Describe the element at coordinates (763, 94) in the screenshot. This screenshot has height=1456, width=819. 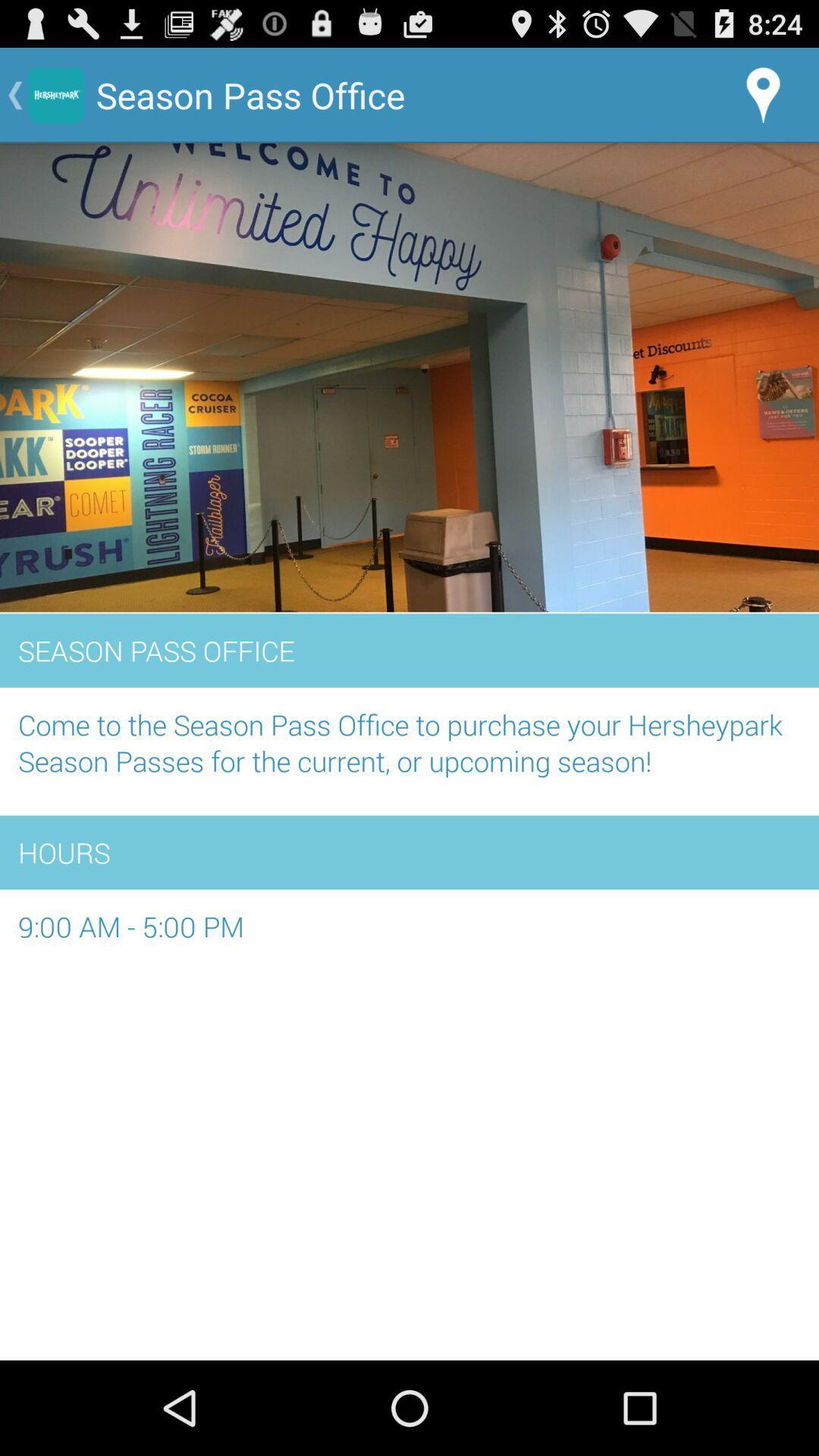
I see `app to the right of the season pass office app` at that location.